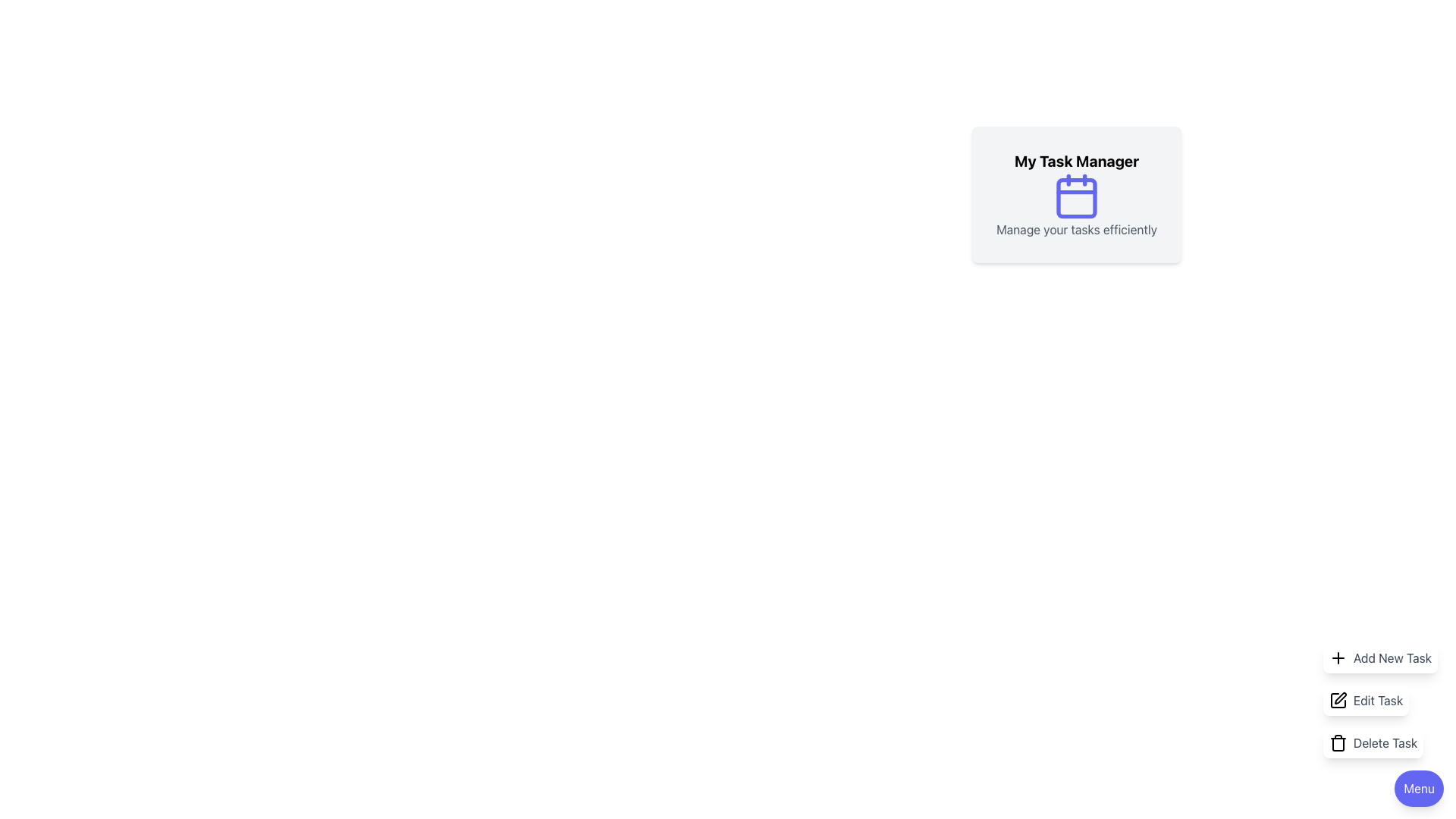 This screenshot has width=1456, height=819. What do you see at coordinates (1076, 195) in the screenshot?
I see `the decorative icon related to task or calendar management, which is centrally positioned beneath the heading 'My Task Manager' and above the sentence 'Manage your tasks efficiently'` at bounding box center [1076, 195].